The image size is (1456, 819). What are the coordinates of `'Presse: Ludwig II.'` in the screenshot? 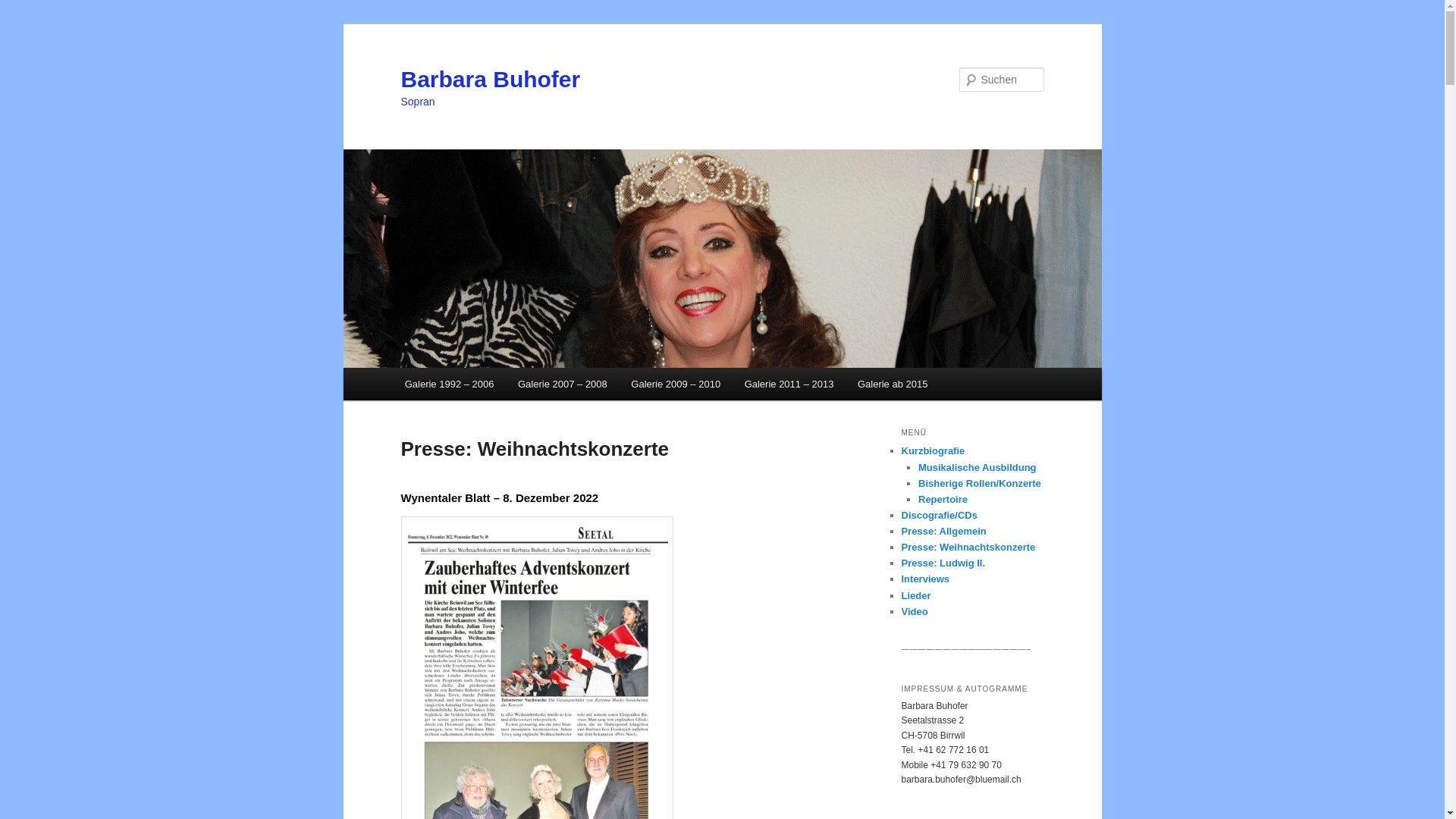 It's located at (942, 563).